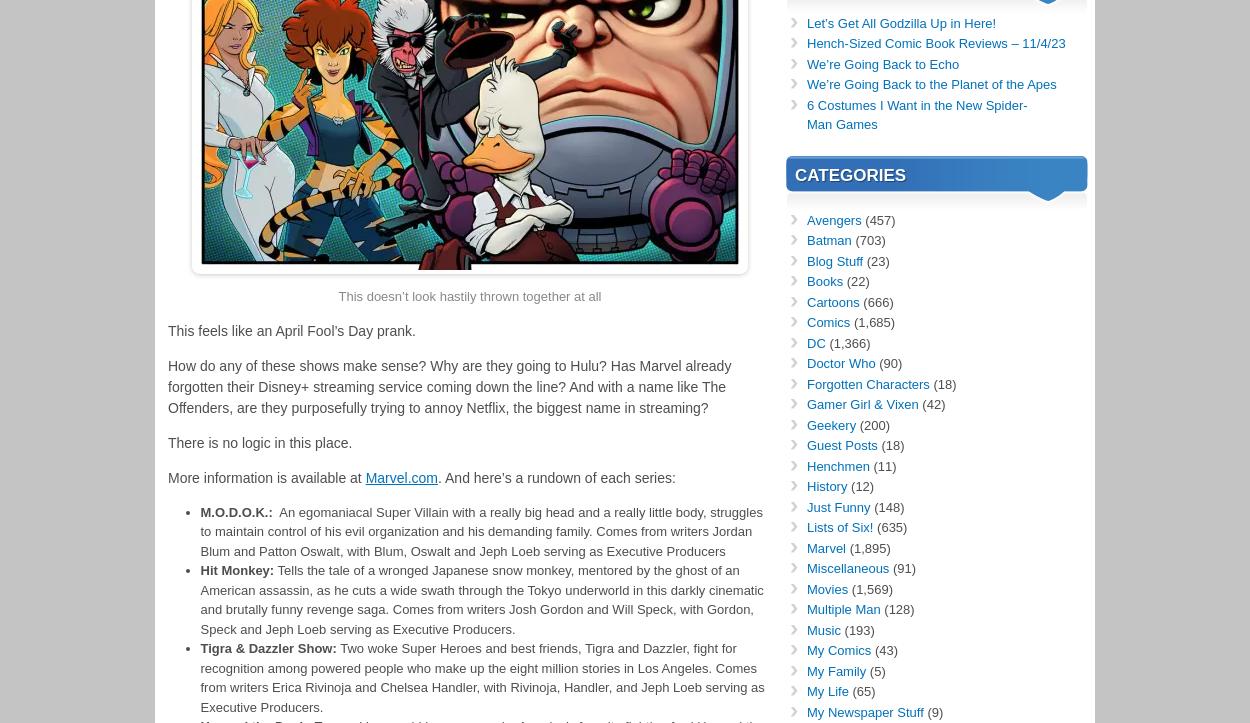  Describe the element at coordinates (936, 43) in the screenshot. I see `'Hench-Sized Comic Book Reviews – 11/4/23'` at that location.